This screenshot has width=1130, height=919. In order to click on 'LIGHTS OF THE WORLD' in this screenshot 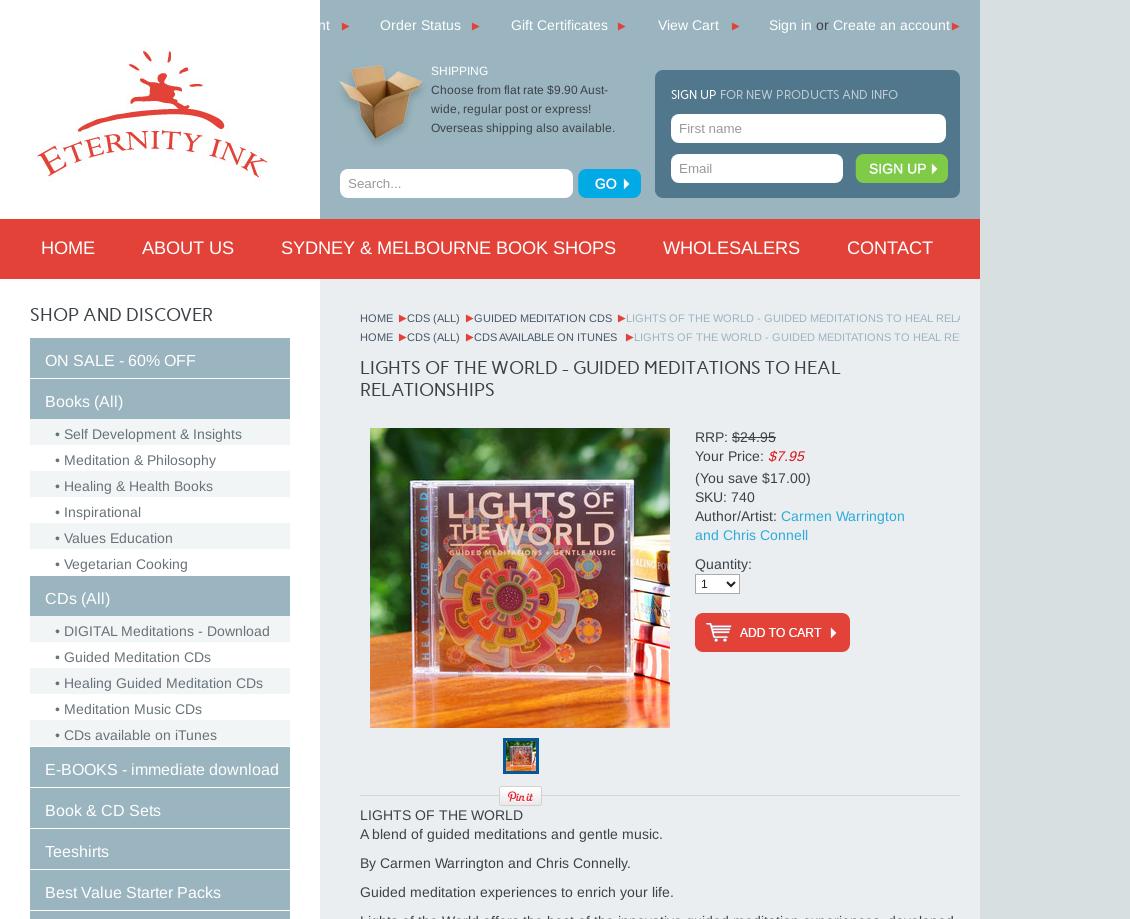, I will do `click(441, 814)`.